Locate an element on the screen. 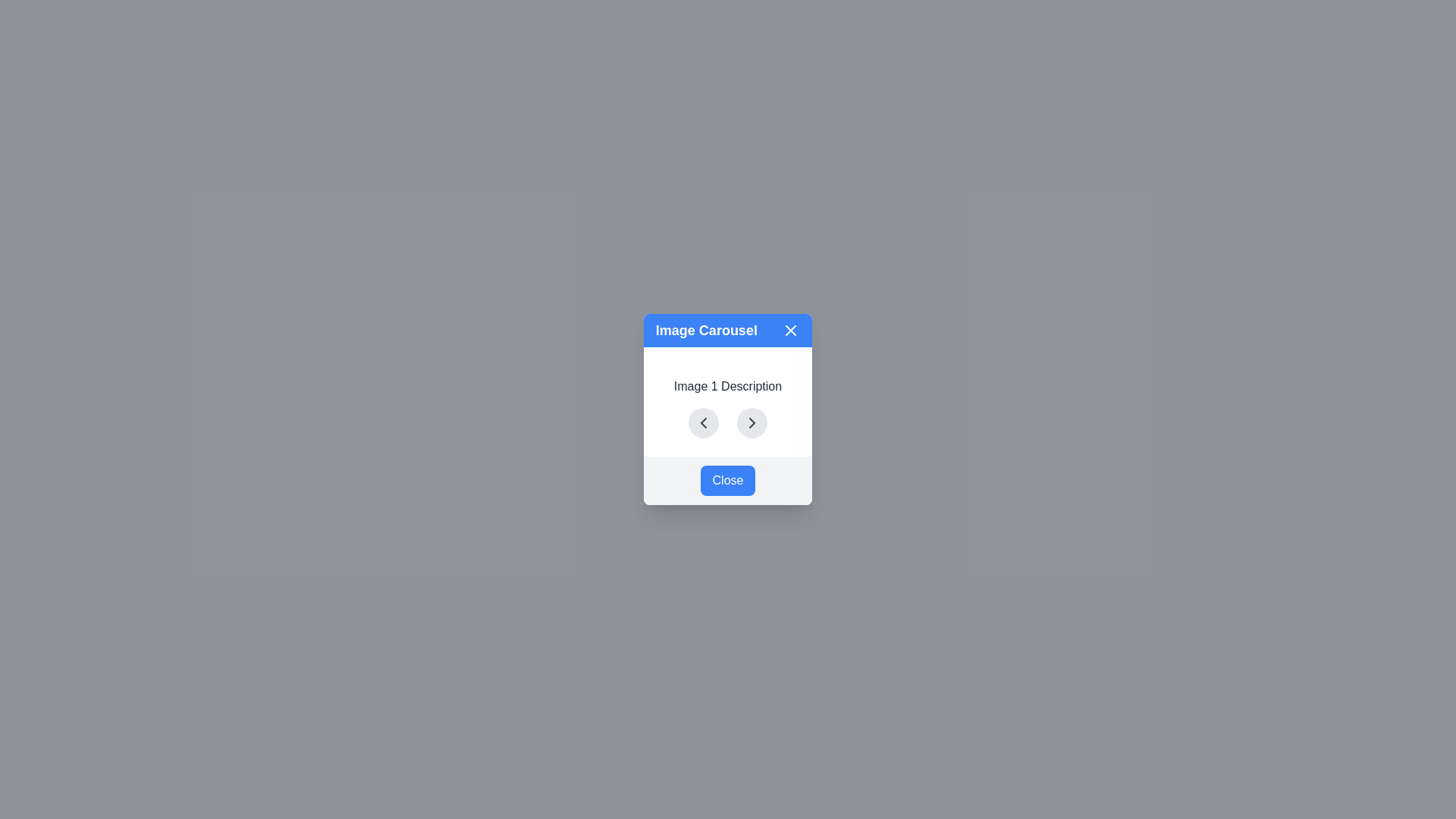 Image resolution: width=1456 pixels, height=819 pixels. the close button icon in the 'Image Carousel' modal dialog is located at coordinates (790, 329).